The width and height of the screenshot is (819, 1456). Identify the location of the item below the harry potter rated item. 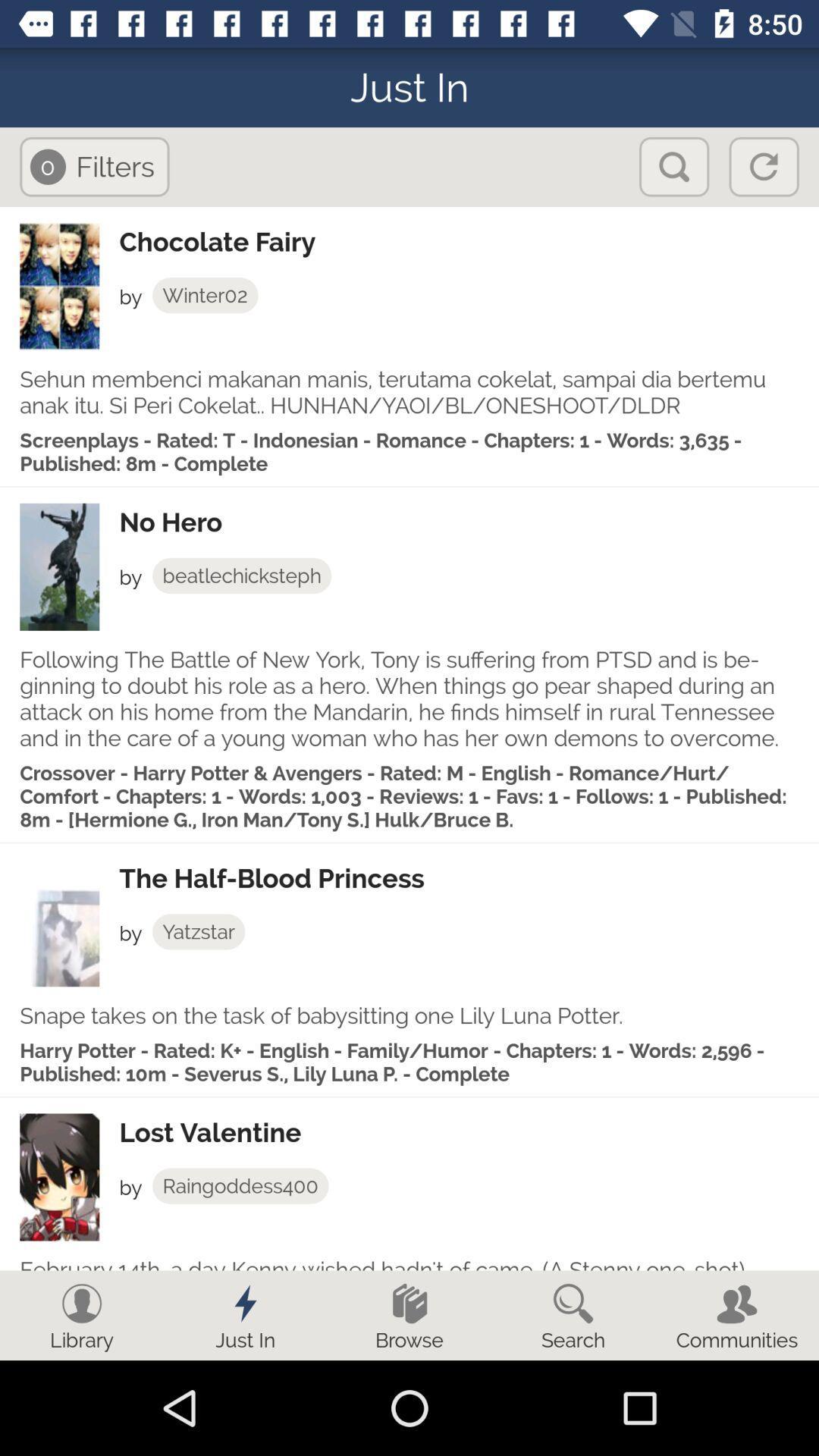
(468, 1132).